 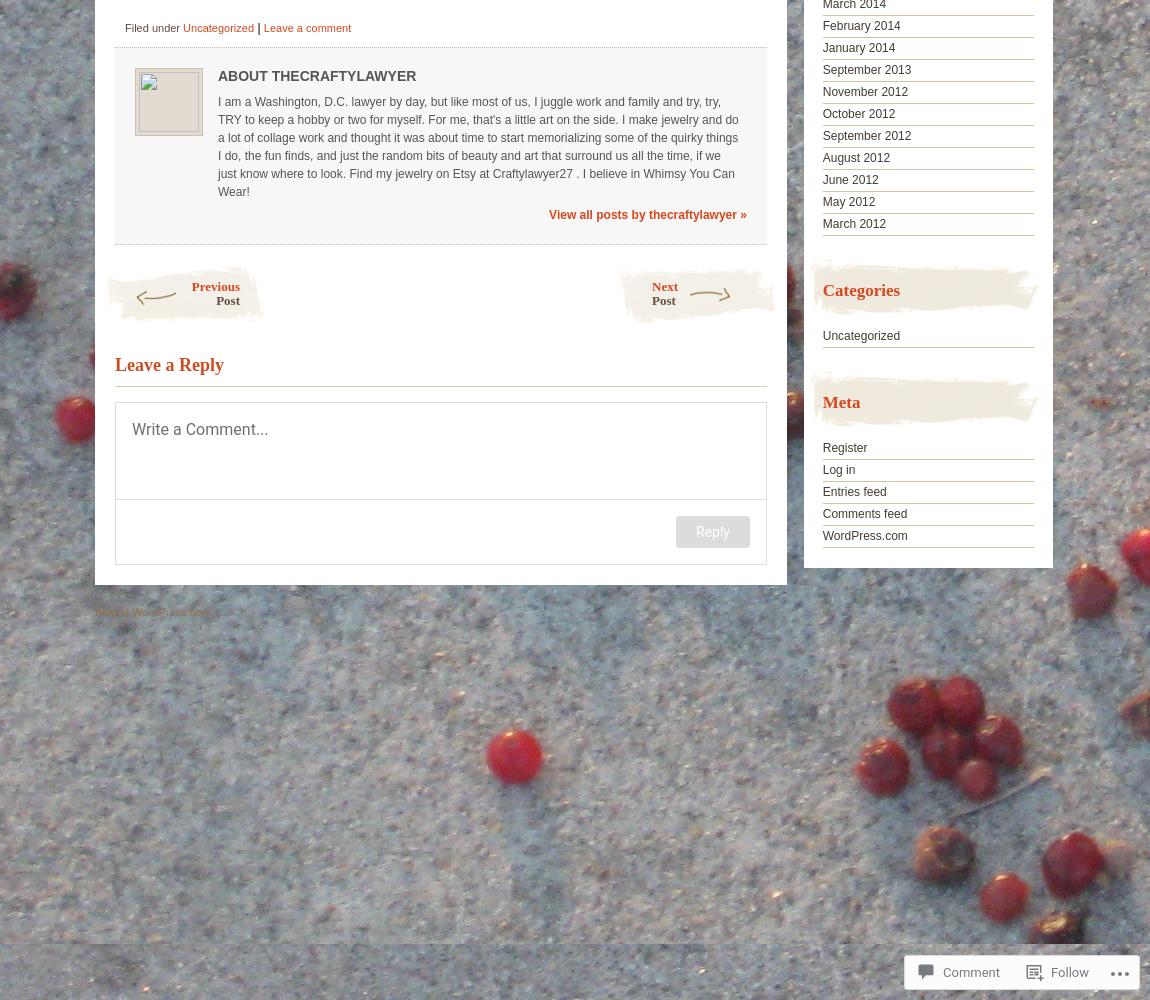 What do you see at coordinates (478, 147) in the screenshot?
I see `'I am a Washington, D.C. lawyer by day, but like most of us, I juggle work and family and try, try, TRY to keep a hobby or two for myself.  For me, that's a little art on the side.  I make jewelry and do a lot of collage work and thought it was about time to start memorializing some of the quirky things I do, the fun finds, and just the random bits of beauty and art that surround us all the time, if we just know where to look.  Find my jewelry on Etsy at Craftylawyer27 .  I believe in Whimsy You Can Wear!'` at bounding box center [478, 147].